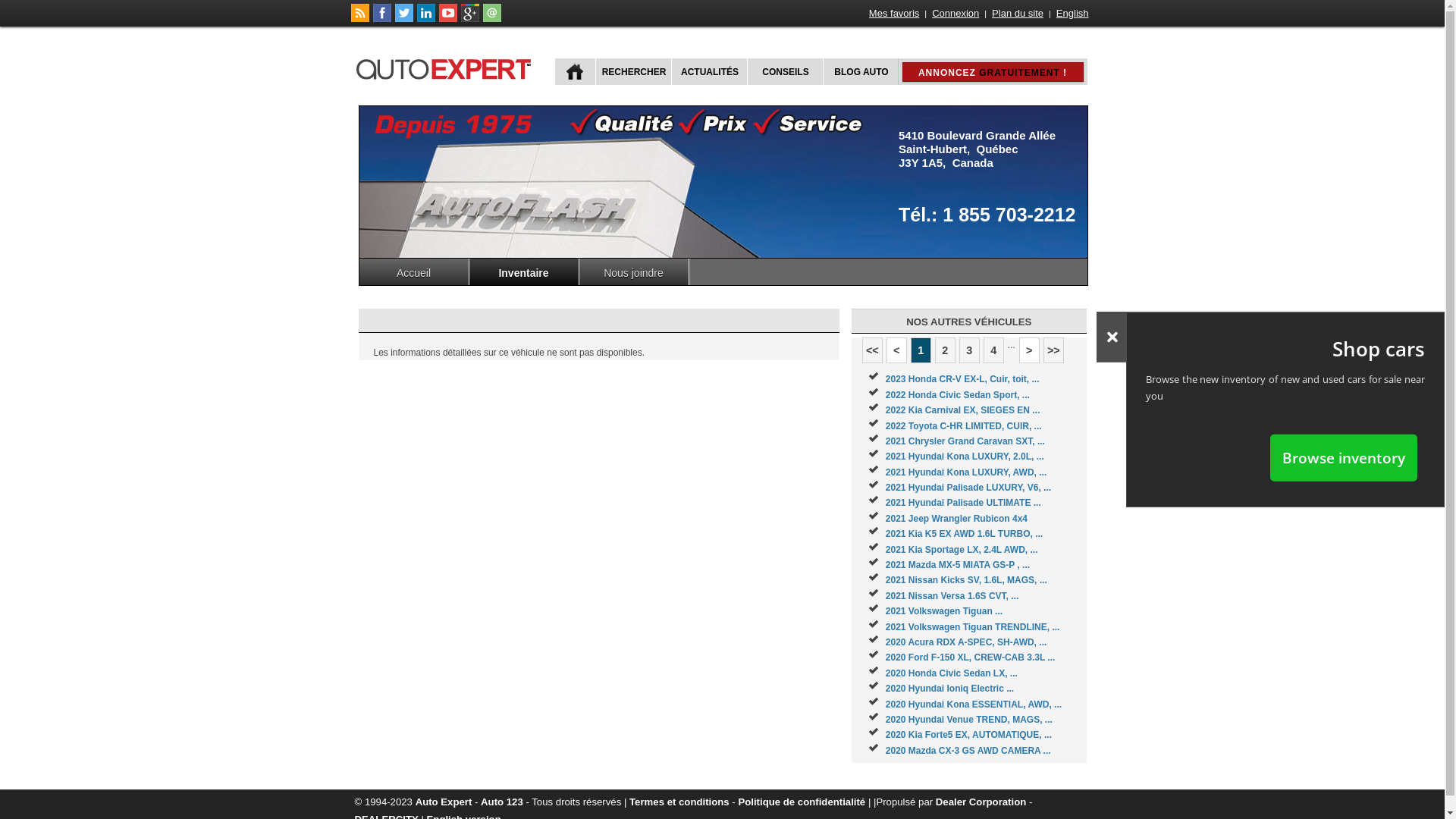 The height and width of the screenshot is (819, 1456). Describe the element at coordinates (930, 13) in the screenshot. I see `'Connexion'` at that location.